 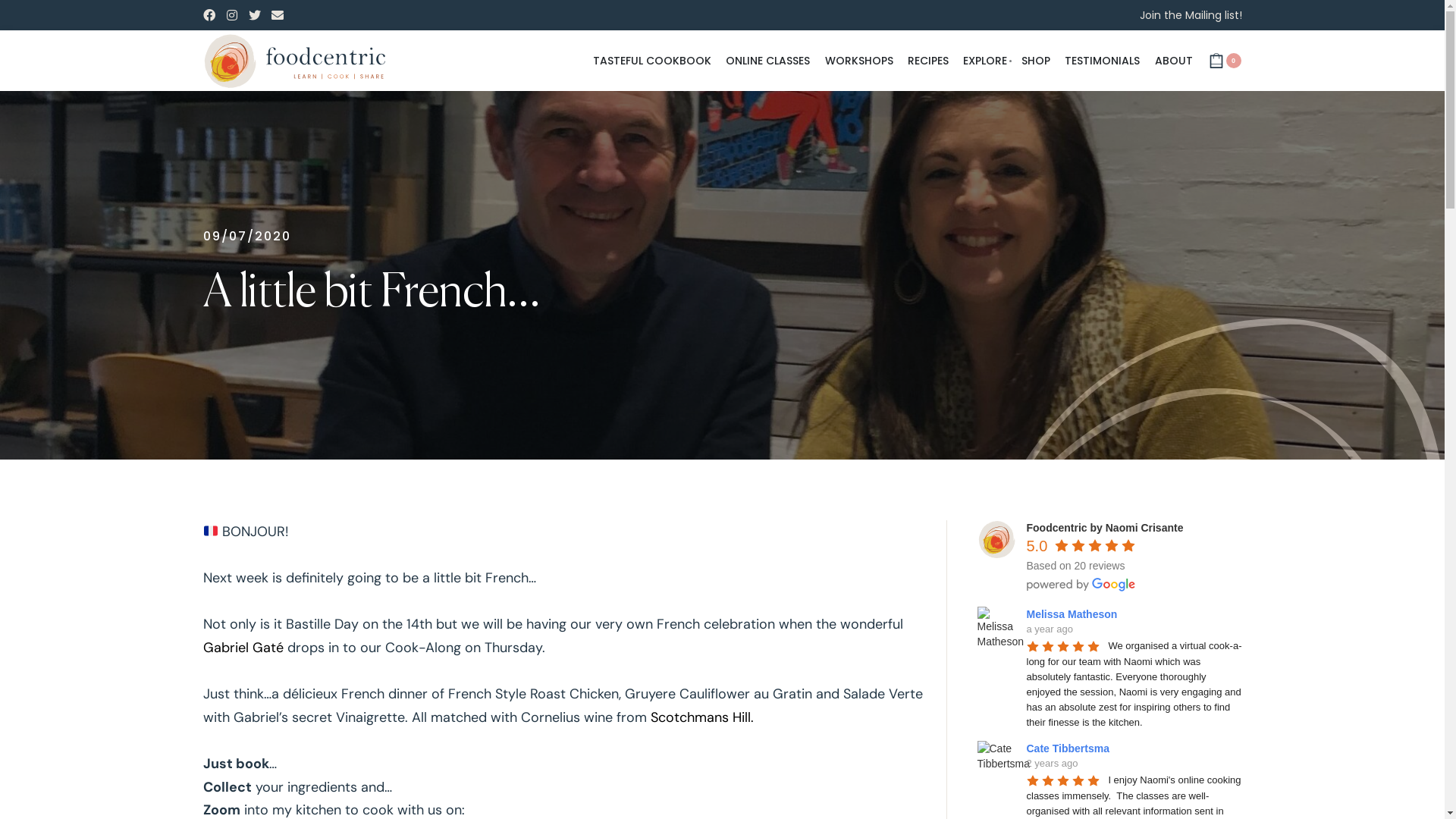 What do you see at coordinates (1035, 61) in the screenshot?
I see `'SHOP'` at bounding box center [1035, 61].